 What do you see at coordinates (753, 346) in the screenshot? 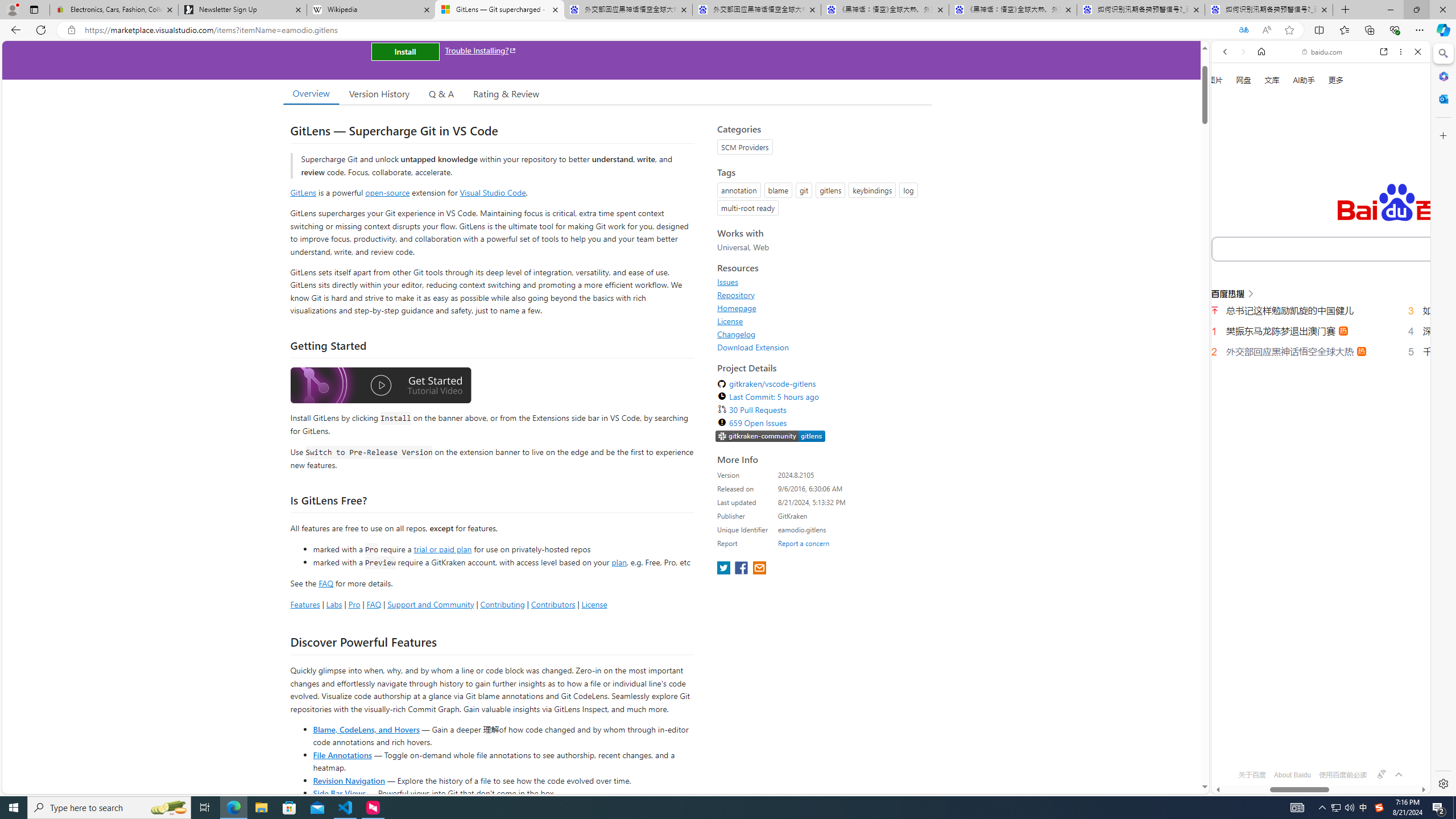
I see `'Download Extension'` at bounding box center [753, 346].